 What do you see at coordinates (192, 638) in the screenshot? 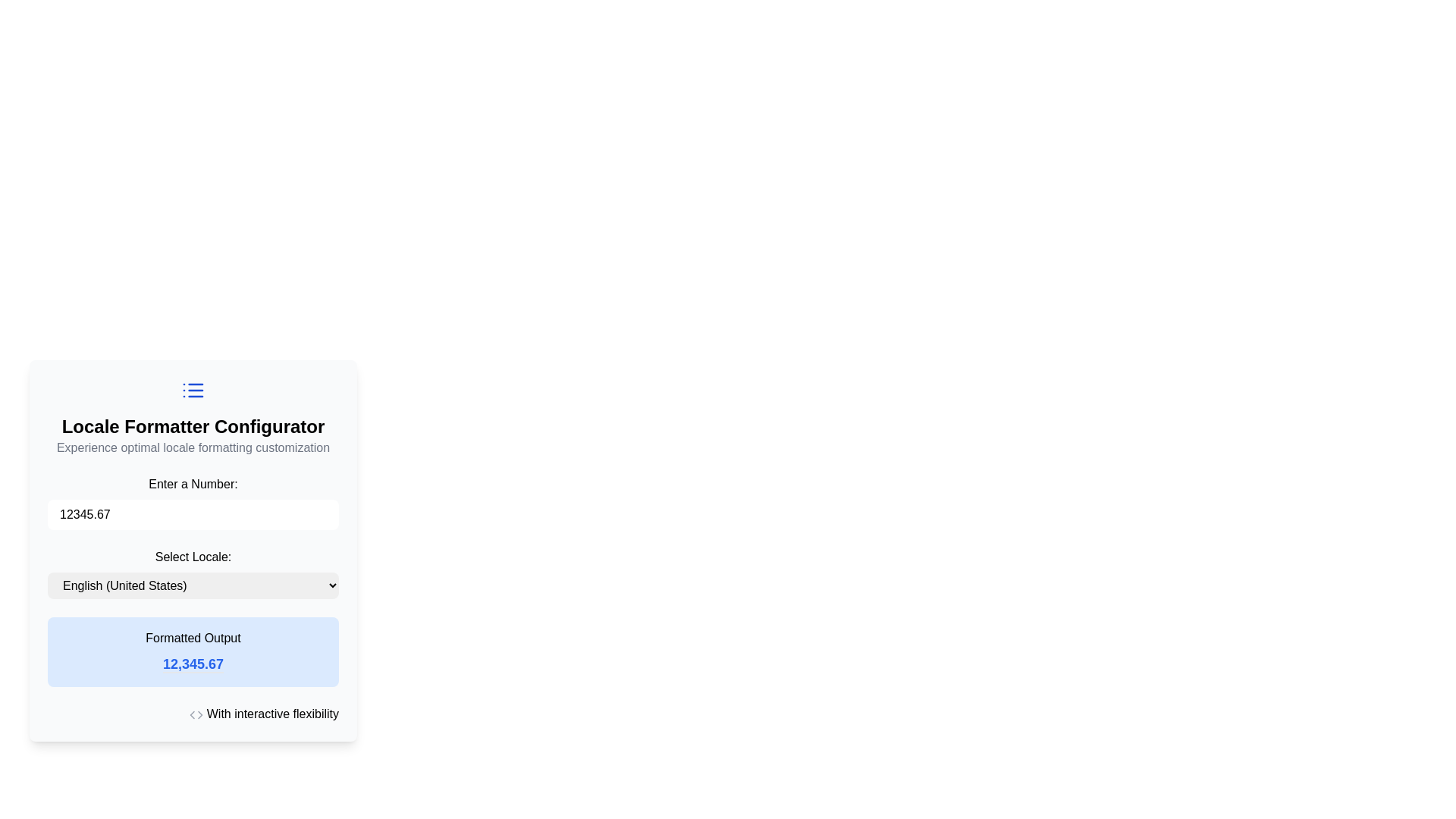
I see `the text label that displays 'Formatted Output', which is styled with medium-weight font and is positioned above the numerical value '12,345.67'` at bounding box center [192, 638].